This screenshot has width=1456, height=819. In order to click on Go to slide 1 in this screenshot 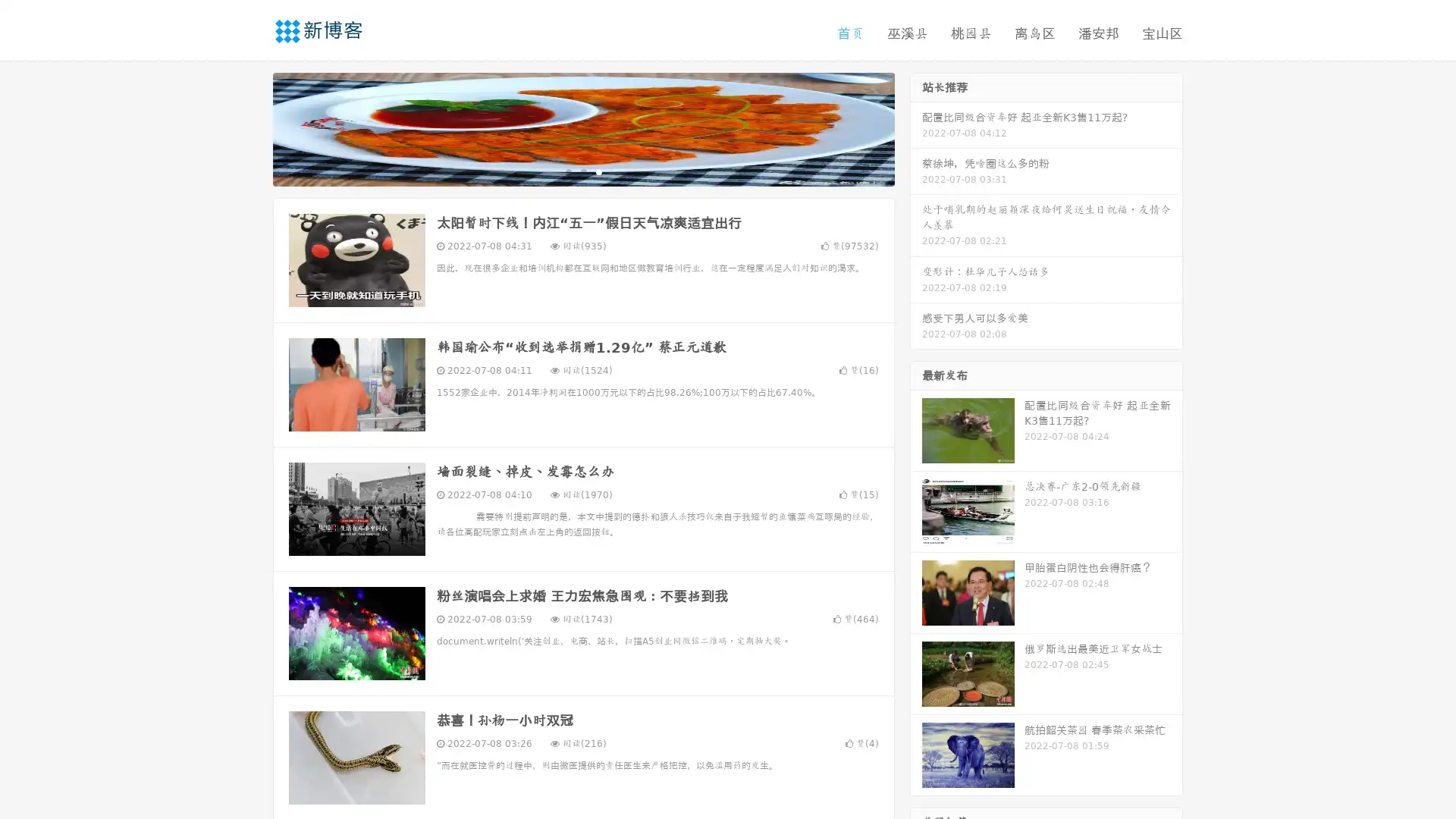, I will do `click(567, 171)`.